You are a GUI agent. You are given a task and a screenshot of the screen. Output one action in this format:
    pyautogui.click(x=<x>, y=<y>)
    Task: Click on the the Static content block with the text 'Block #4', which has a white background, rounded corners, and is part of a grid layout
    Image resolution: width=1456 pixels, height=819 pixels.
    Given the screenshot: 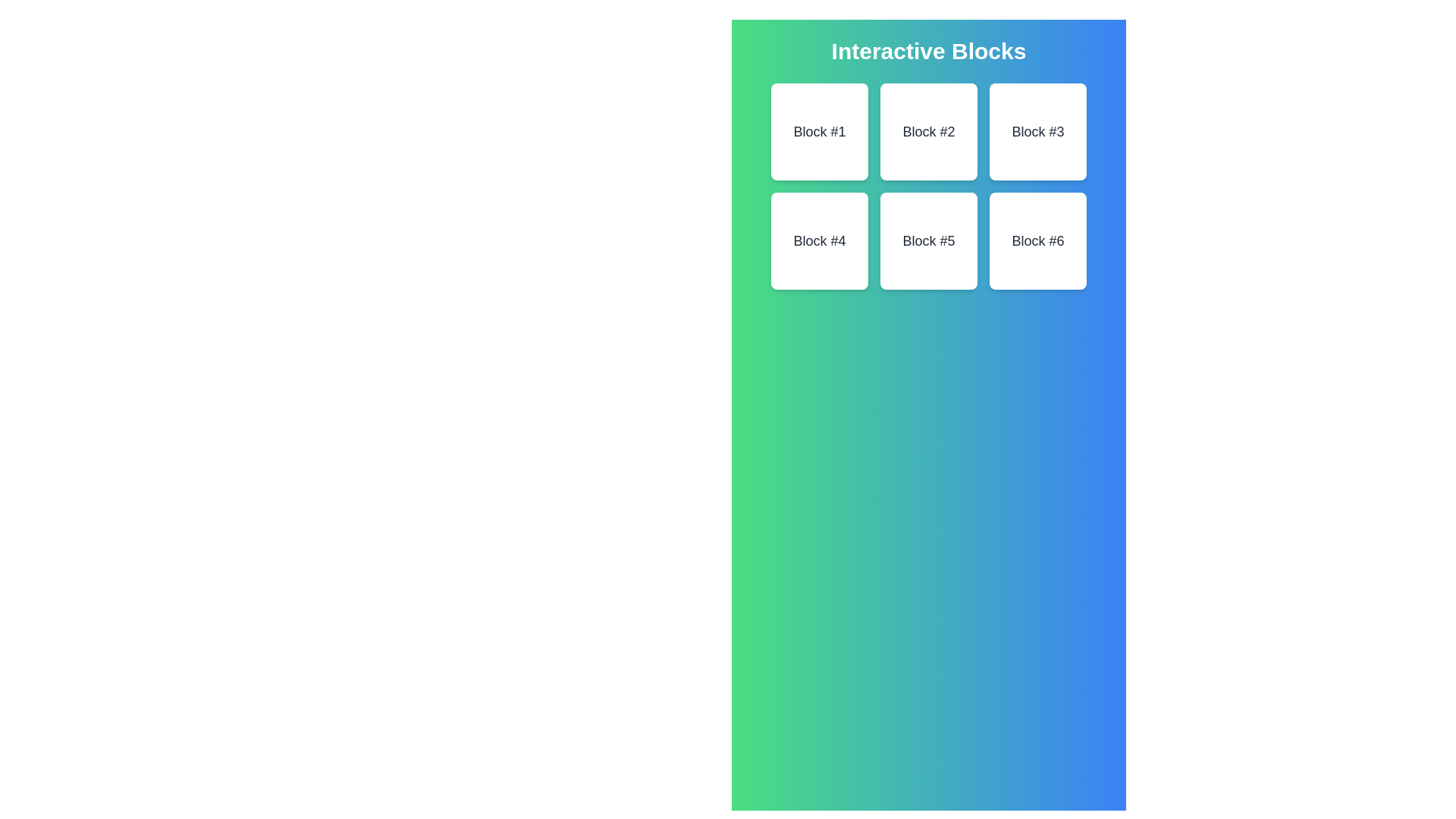 What is the action you would take?
    pyautogui.click(x=818, y=240)
    